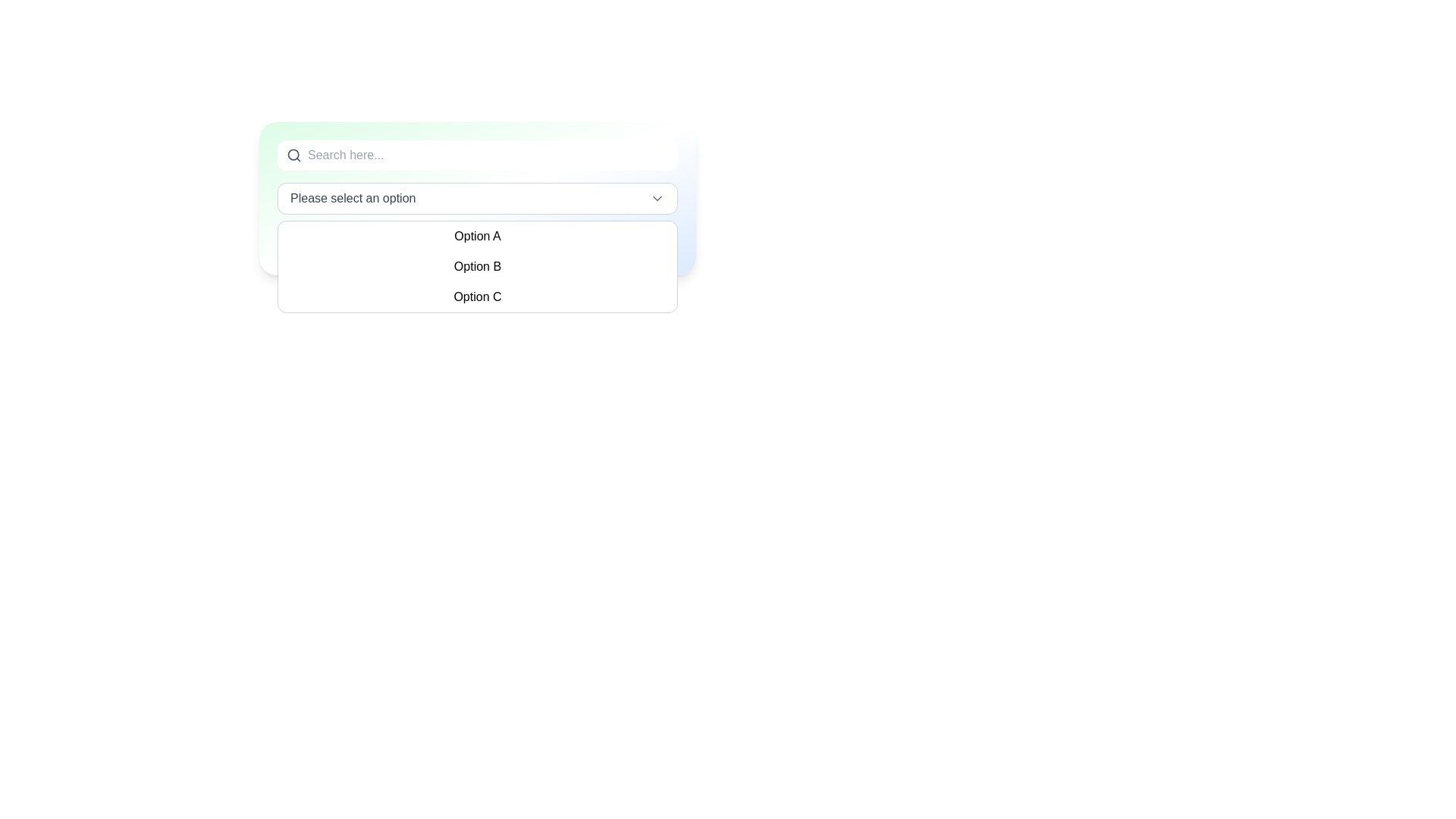 The image size is (1456, 819). Describe the element at coordinates (476, 198) in the screenshot. I see `the dropdown arrow of the menu labeled 'Please select an option'` at that location.